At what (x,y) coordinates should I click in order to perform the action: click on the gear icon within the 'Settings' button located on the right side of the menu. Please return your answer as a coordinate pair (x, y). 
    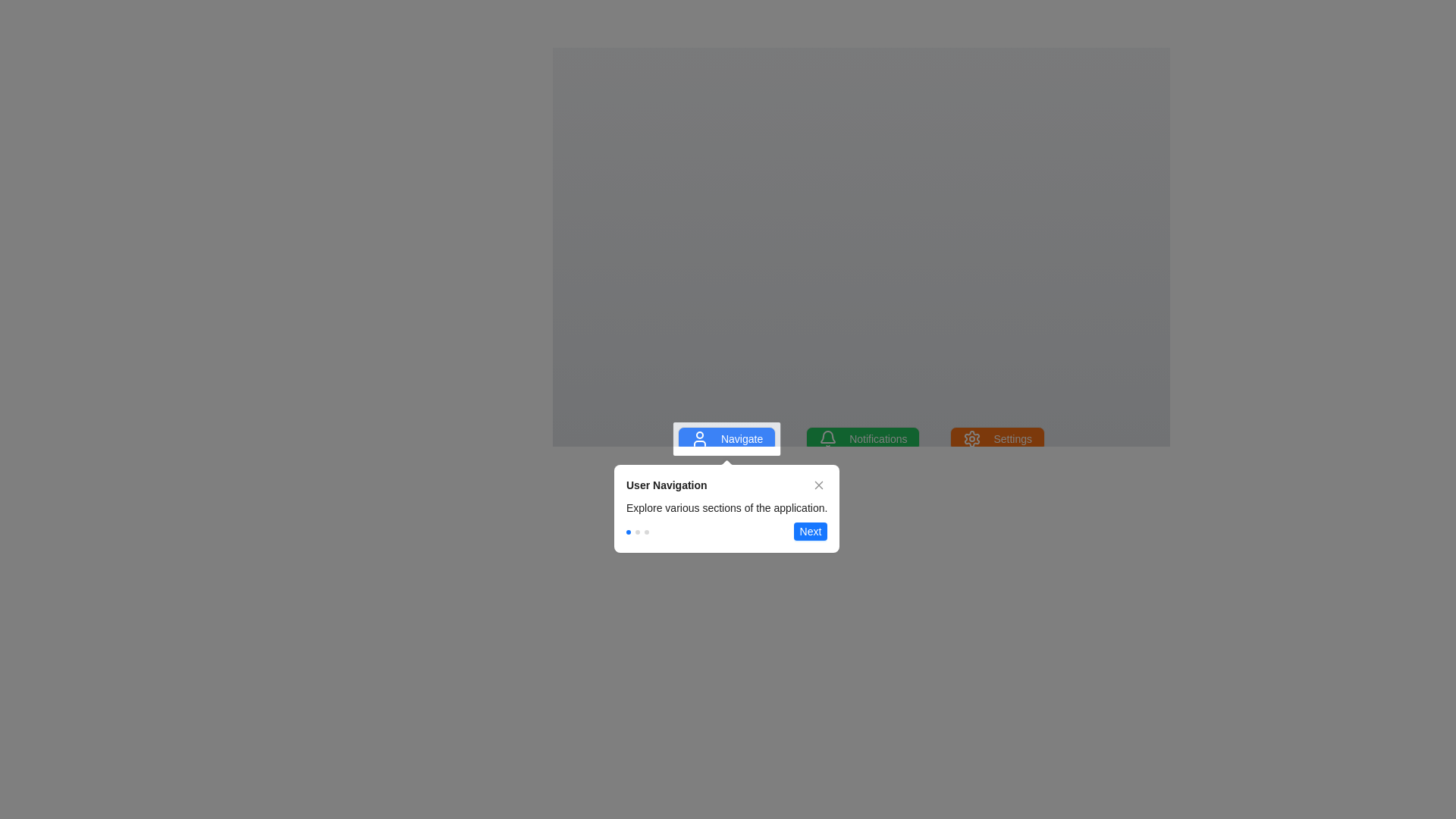
    Looking at the image, I should click on (971, 438).